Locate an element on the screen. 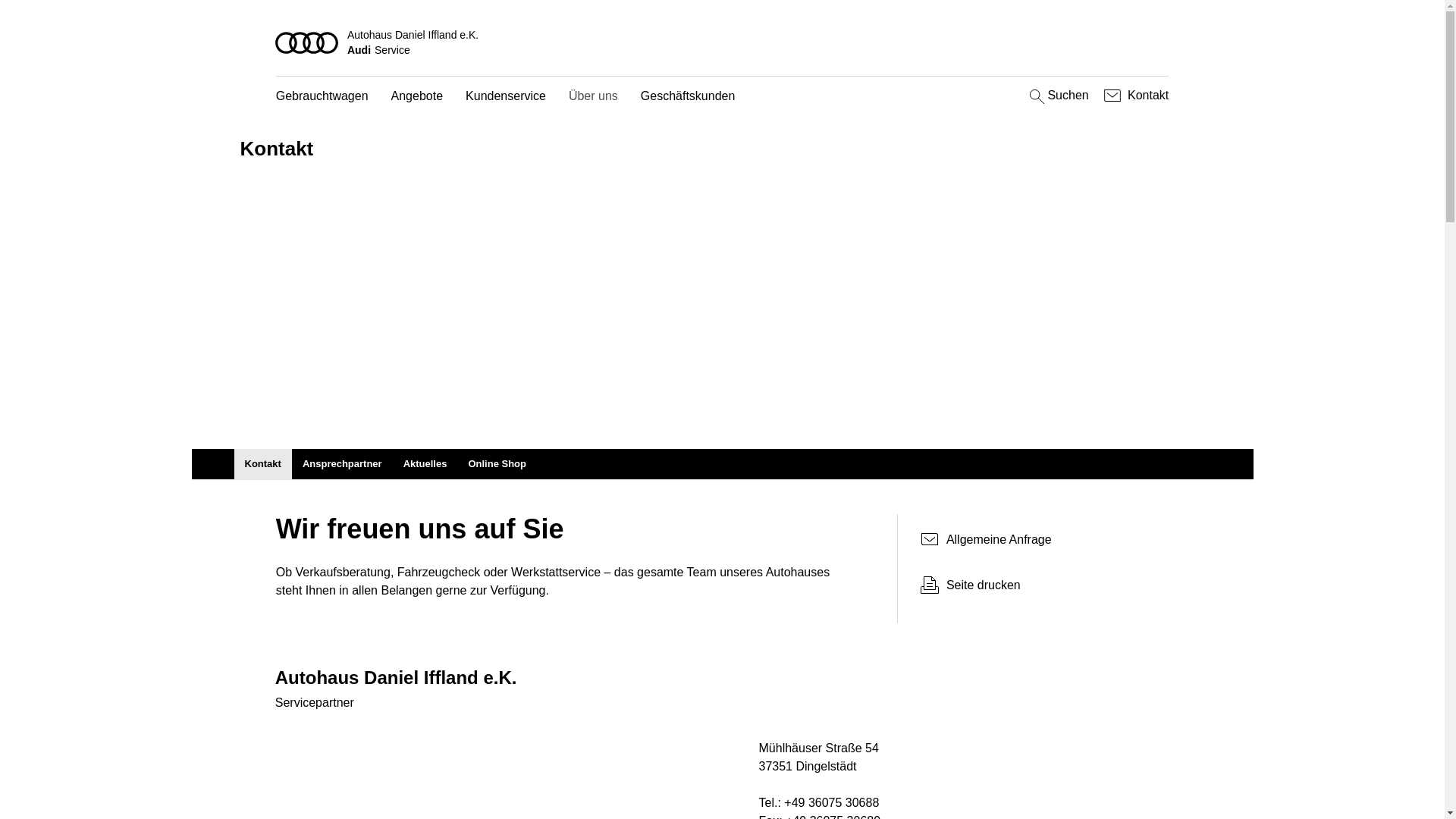  'Angebote' is located at coordinates (391, 96).